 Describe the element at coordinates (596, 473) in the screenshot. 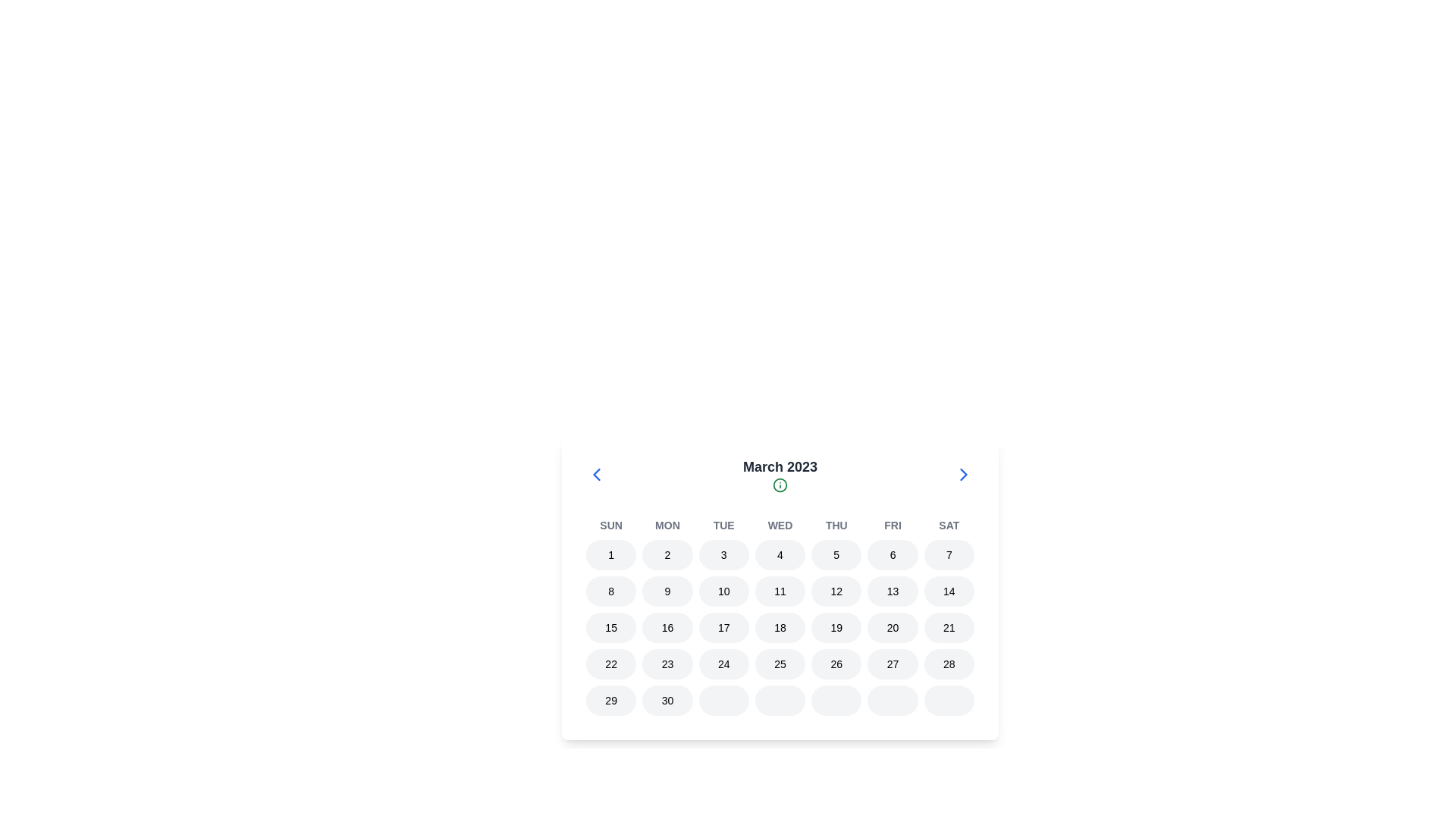

I see `the graphical representation of the left chevron icon in the SVG element at the top-left corner of the calendar interface` at that location.